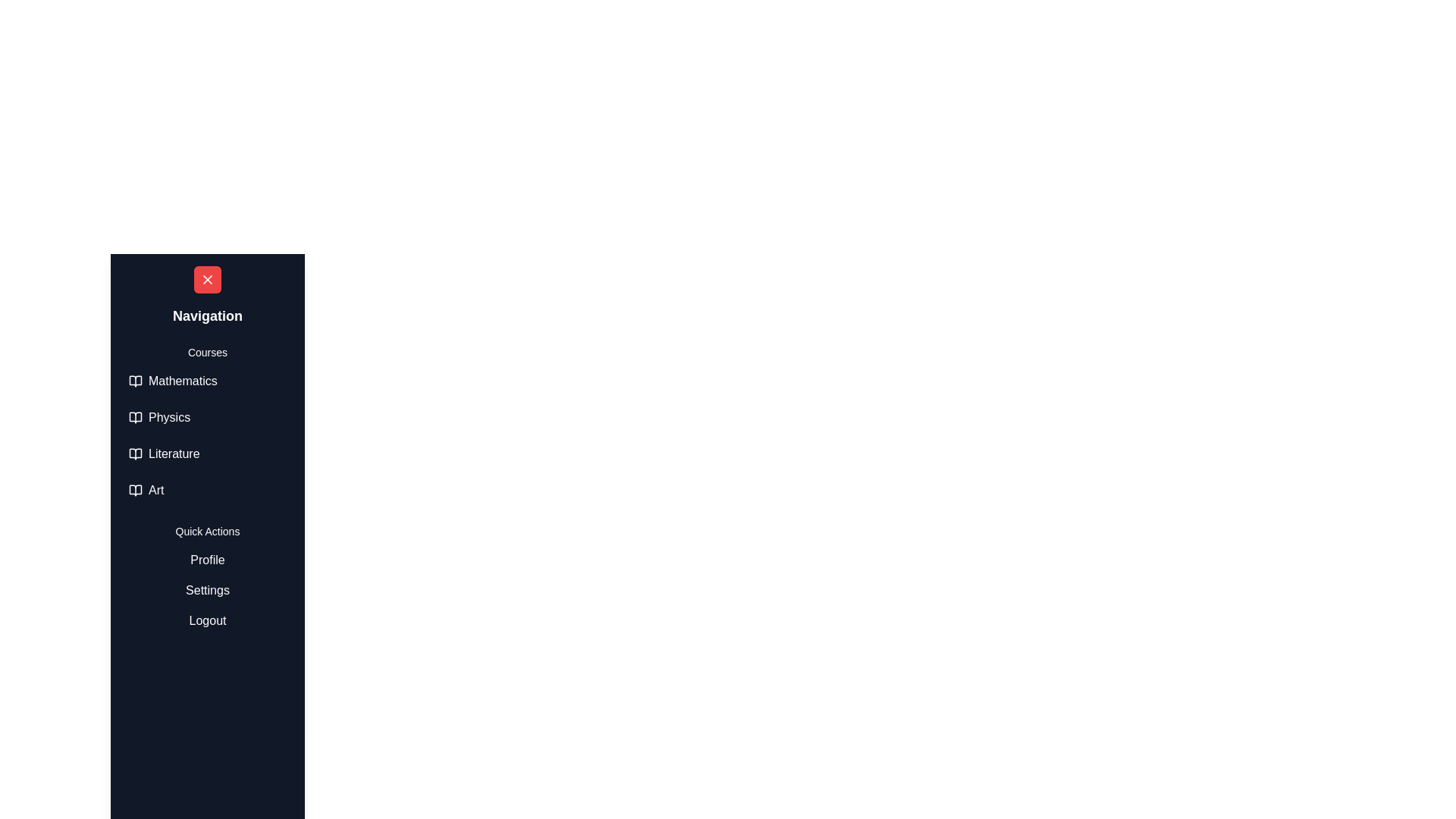 This screenshot has width=1456, height=819. Describe the element at coordinates (135, 453) in the screenshot. I see `the 'Literature' icon` at that location.